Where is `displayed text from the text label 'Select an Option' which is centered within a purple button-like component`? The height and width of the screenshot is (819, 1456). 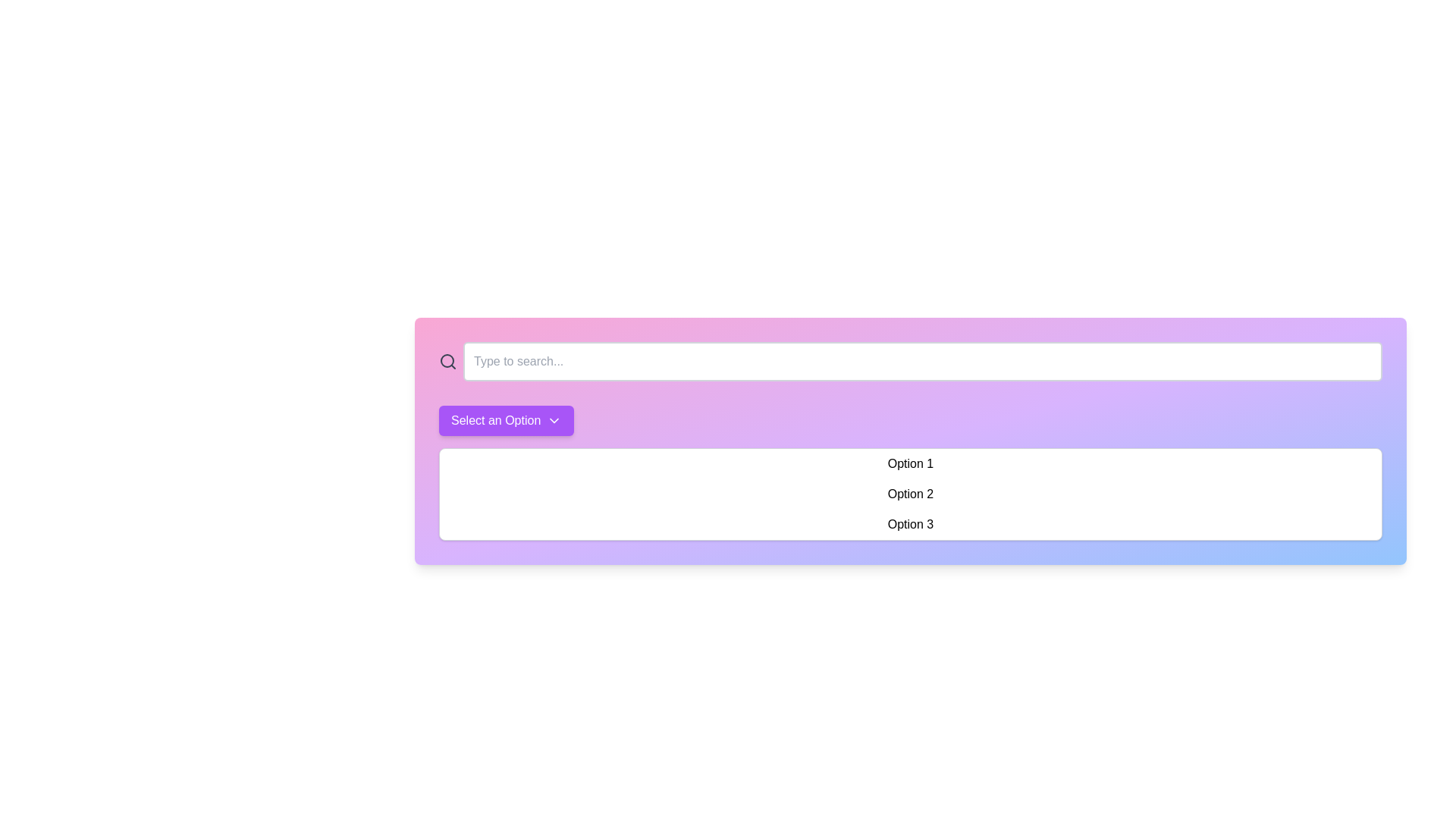 displayed text from the text label 'Select an Option' which is centered within a purple button-like component is located at coordinates (496, 421).